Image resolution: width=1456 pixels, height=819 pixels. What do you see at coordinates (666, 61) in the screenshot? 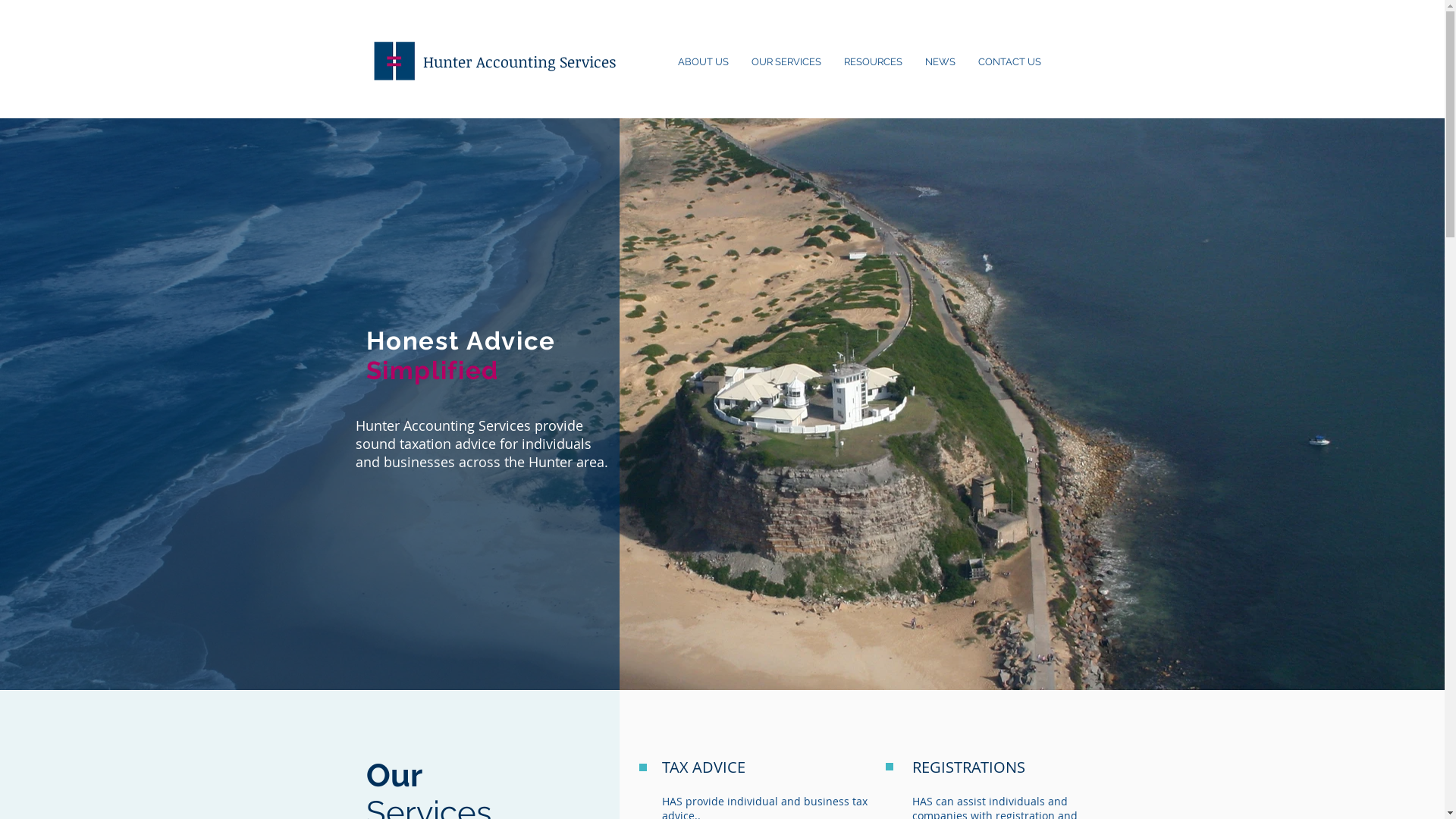
I see `'ABOUT US'` at bounding box center [666, 61].